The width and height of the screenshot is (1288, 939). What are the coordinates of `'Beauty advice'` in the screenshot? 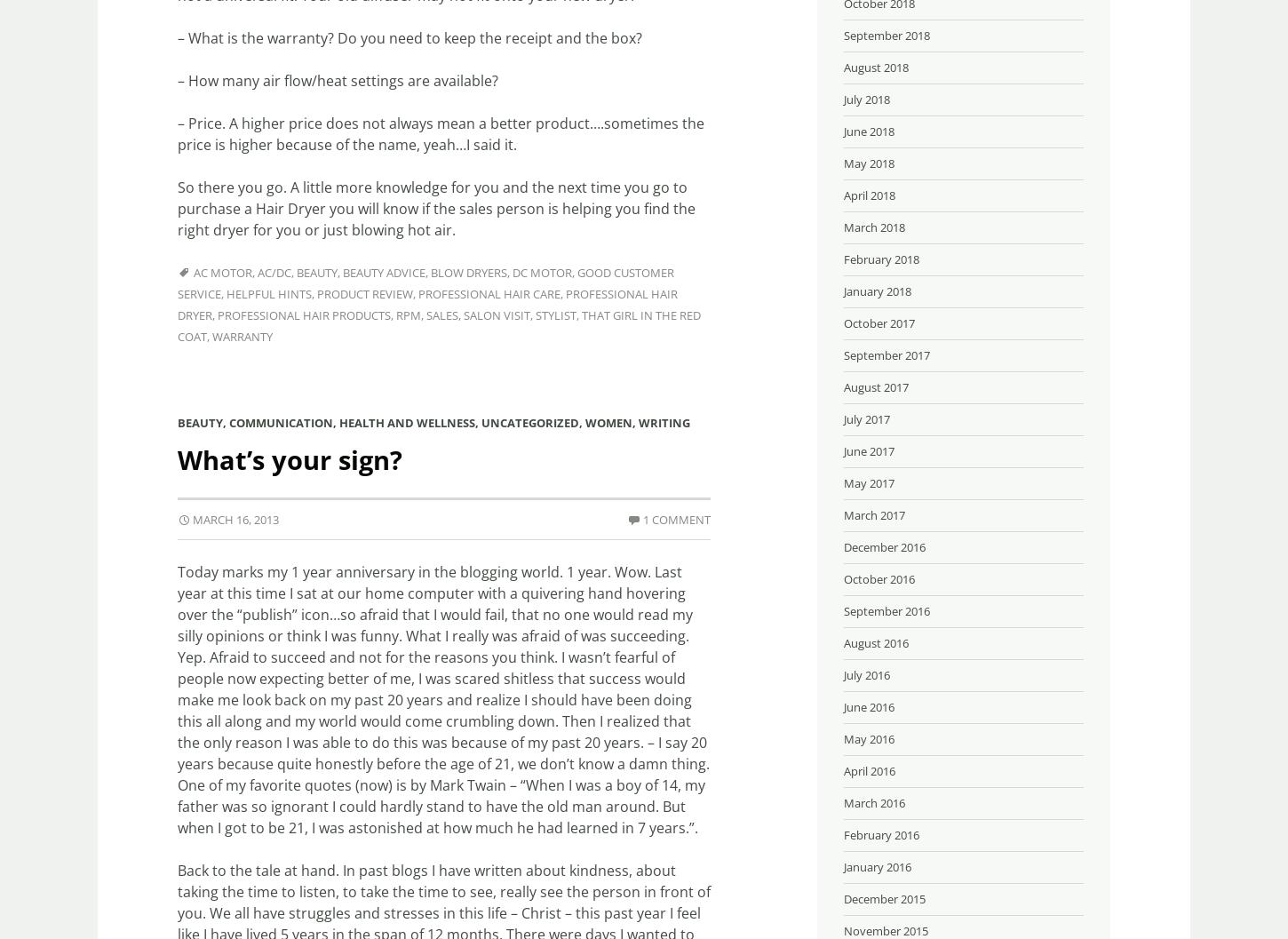 It's located at (383, 272).